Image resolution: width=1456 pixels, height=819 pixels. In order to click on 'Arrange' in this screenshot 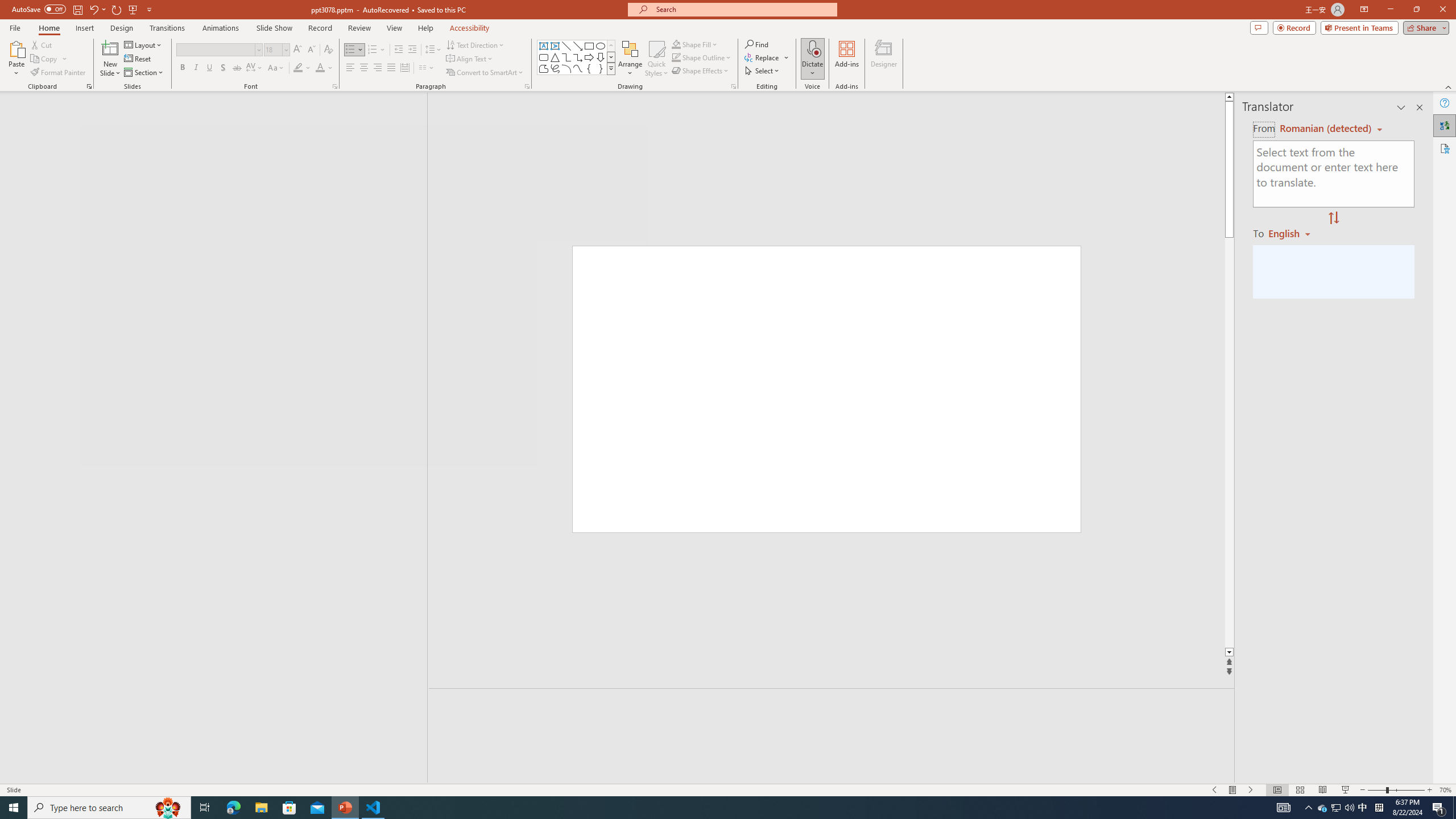, I will do `click(630, 59)`.